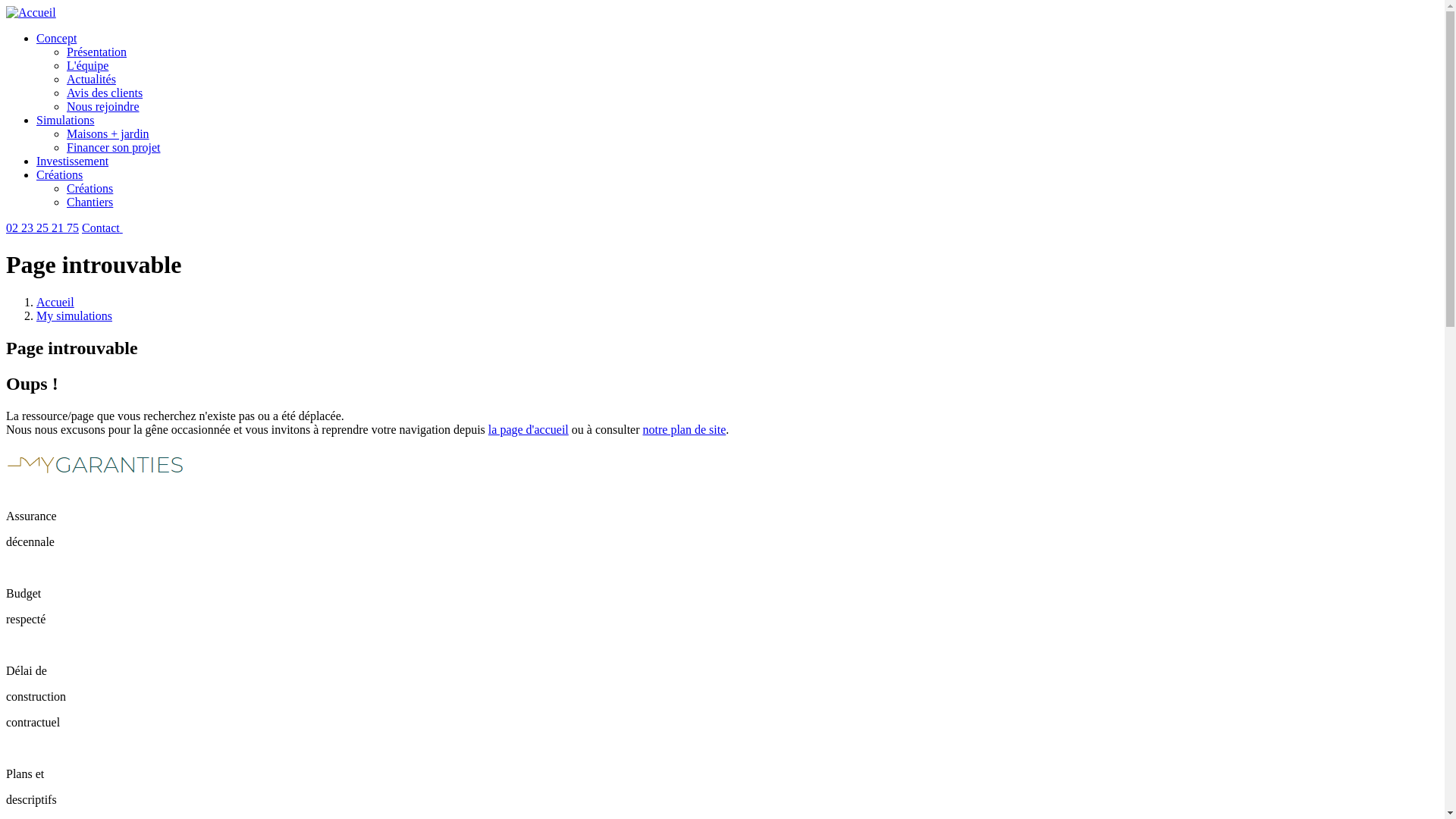 This screenshot has width=1456, height=819. Describe the element at coordinates (89, 201) in the screenshot. I see `'Chantiers'` at that location.